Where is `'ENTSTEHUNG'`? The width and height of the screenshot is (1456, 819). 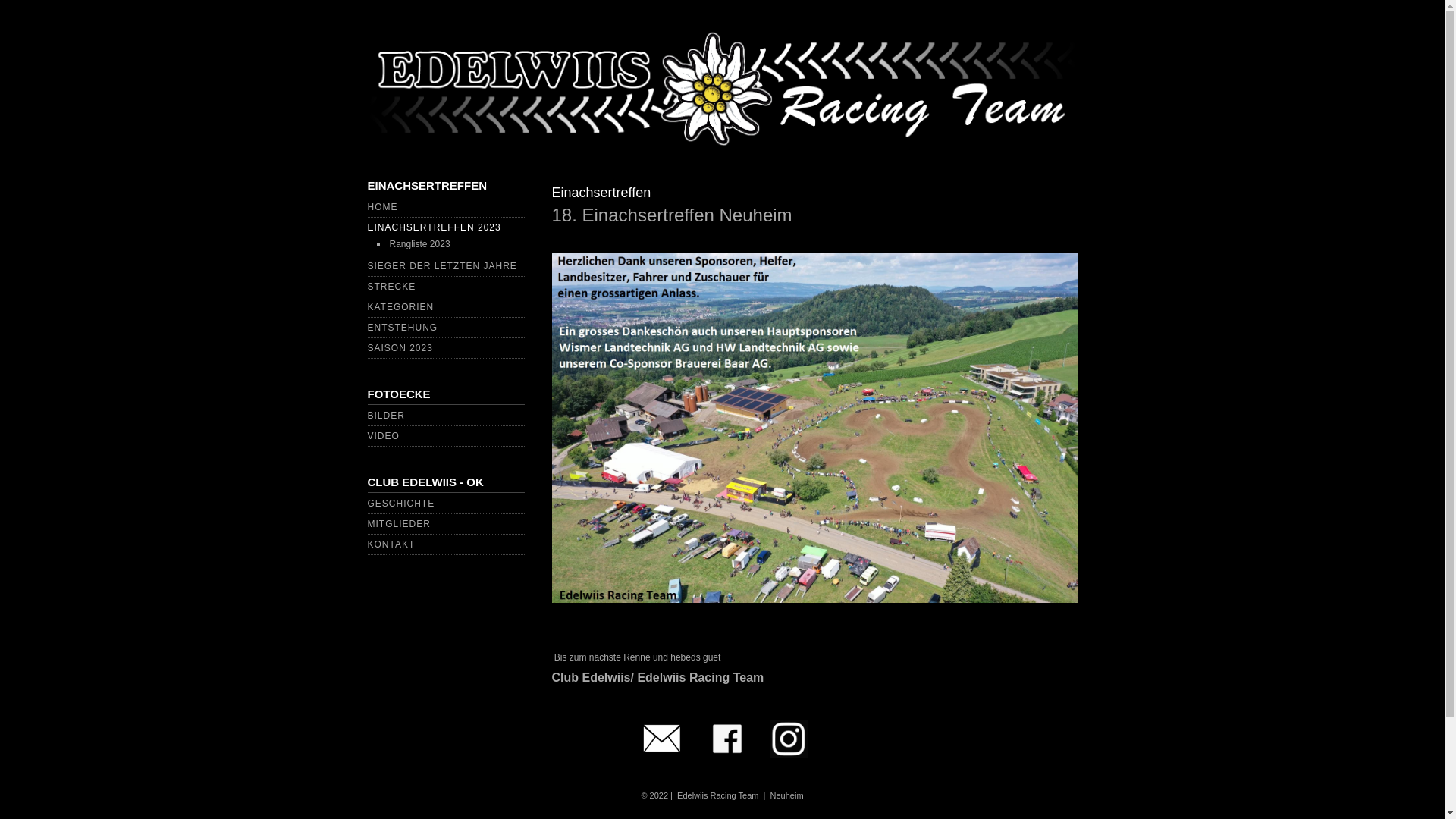 'ENTSTEHUNG' is located at coordinates (402, 327).